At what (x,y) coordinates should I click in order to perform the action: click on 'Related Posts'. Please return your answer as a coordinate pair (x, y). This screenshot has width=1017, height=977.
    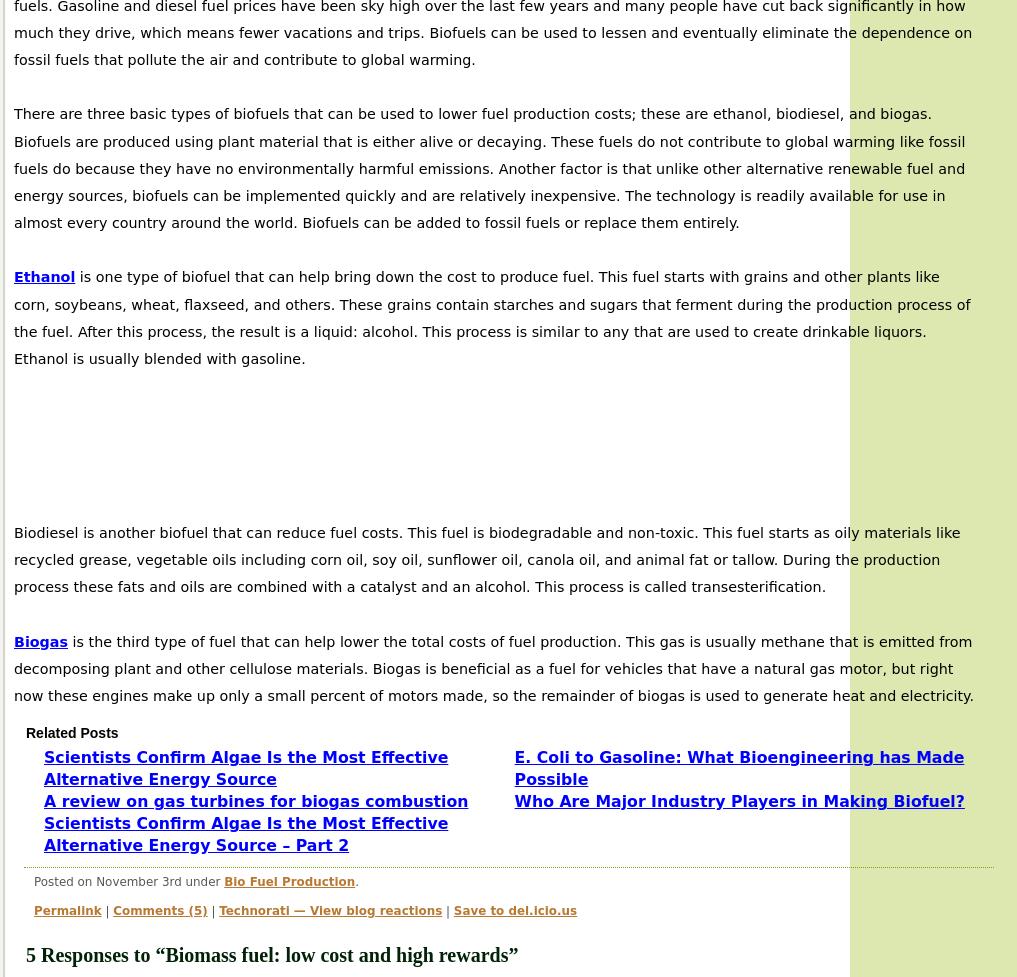
    Looking at the image, I should click on (72, 733).